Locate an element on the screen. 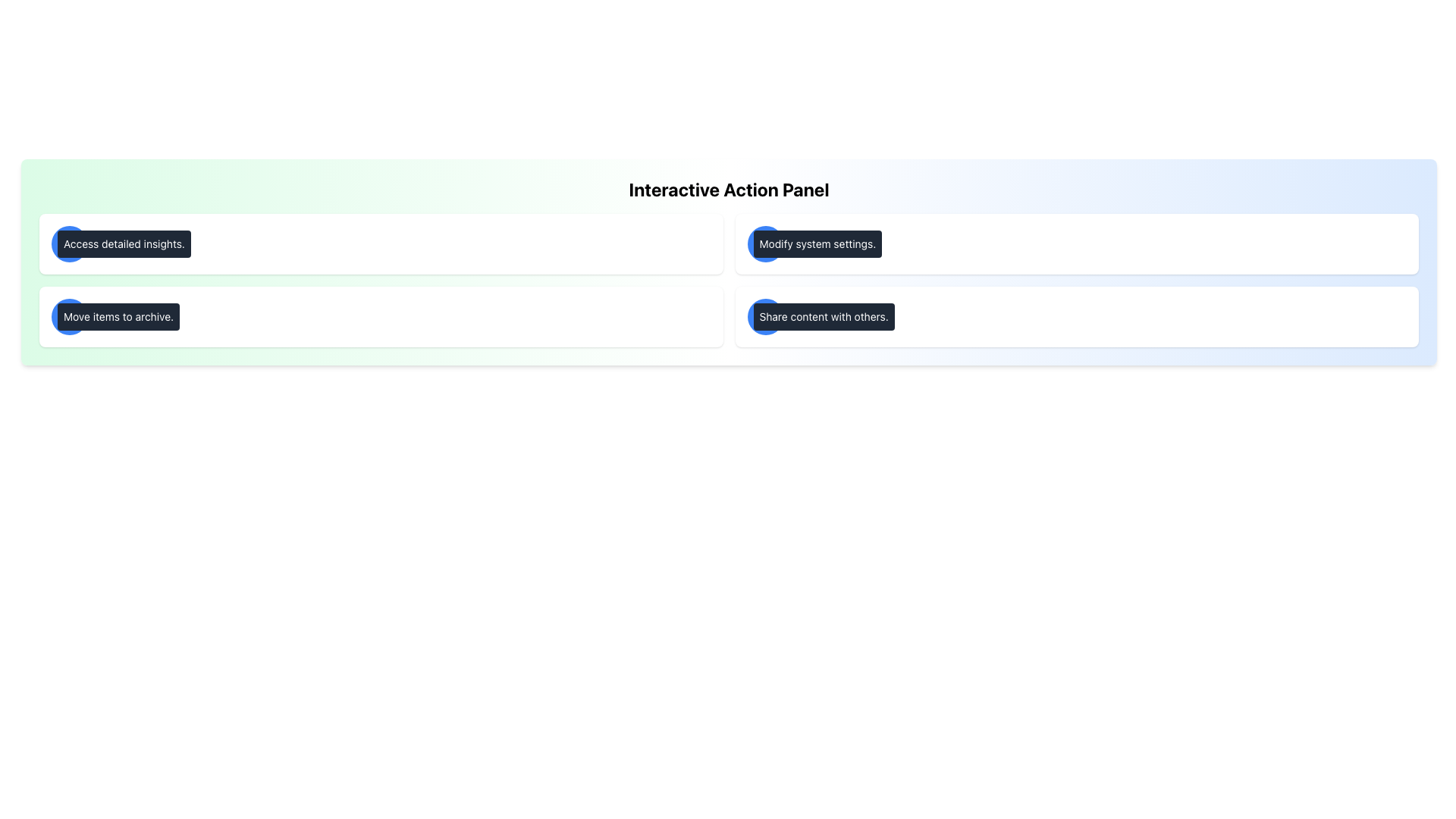 The image size is (1456, 819). the tooltip-style text indicator with a dark gray background that contains the text 'Share content with others.' is located at coordinates (823, 315).